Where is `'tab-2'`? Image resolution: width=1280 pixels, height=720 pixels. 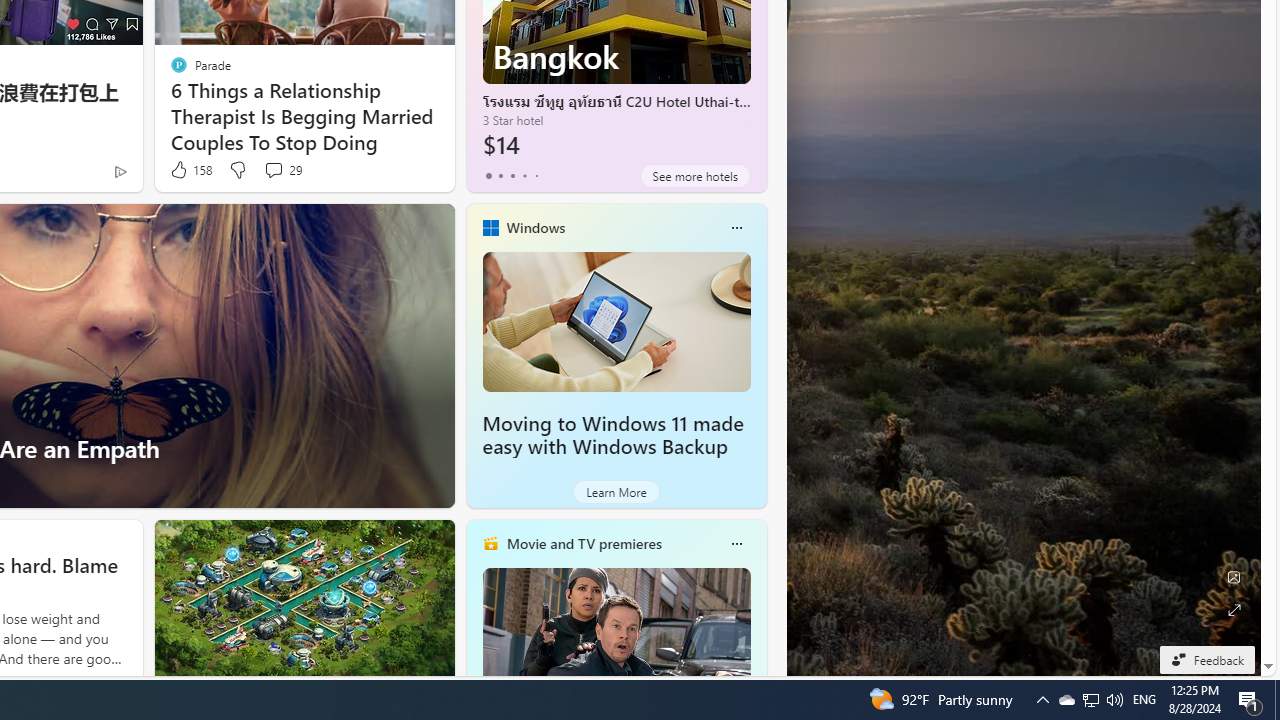
'tab-2' is located at coordinates (512, 175).